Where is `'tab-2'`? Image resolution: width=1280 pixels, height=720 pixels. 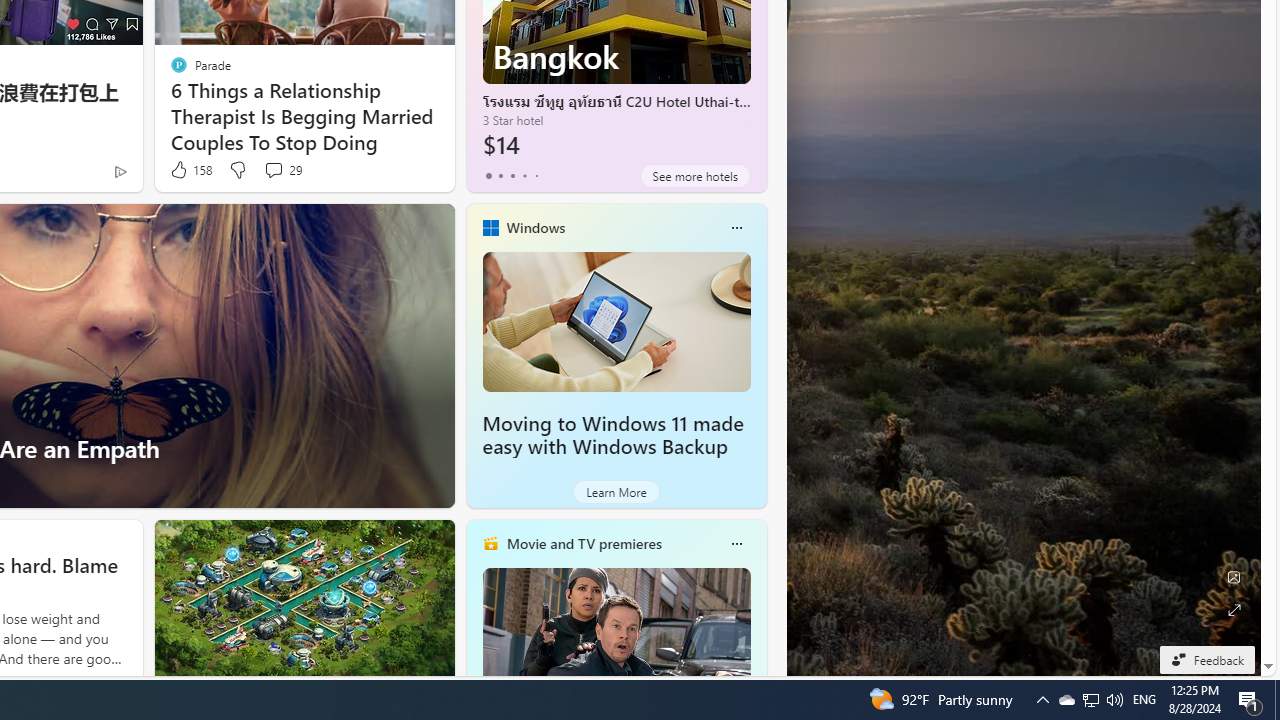
'tab-2' is located at coordinates (512, 175).